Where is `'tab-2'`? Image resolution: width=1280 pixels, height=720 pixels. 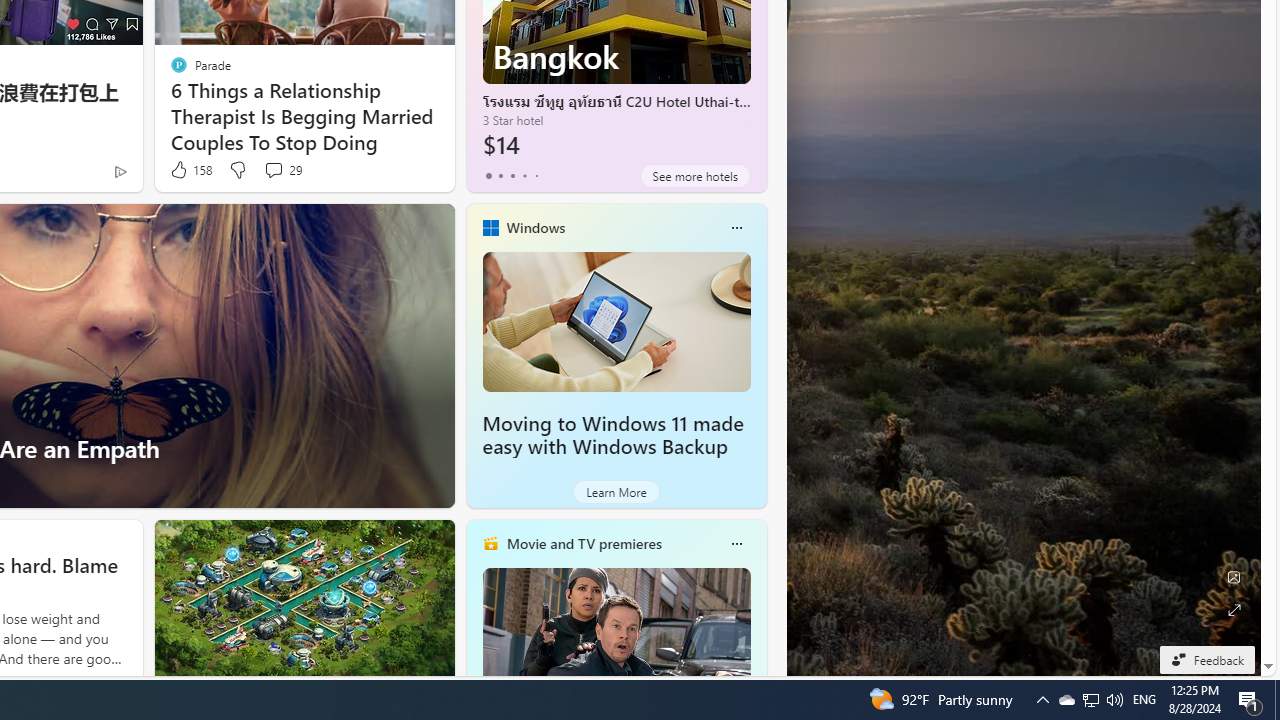
'tab-2' is located at coordinates (512, 175).